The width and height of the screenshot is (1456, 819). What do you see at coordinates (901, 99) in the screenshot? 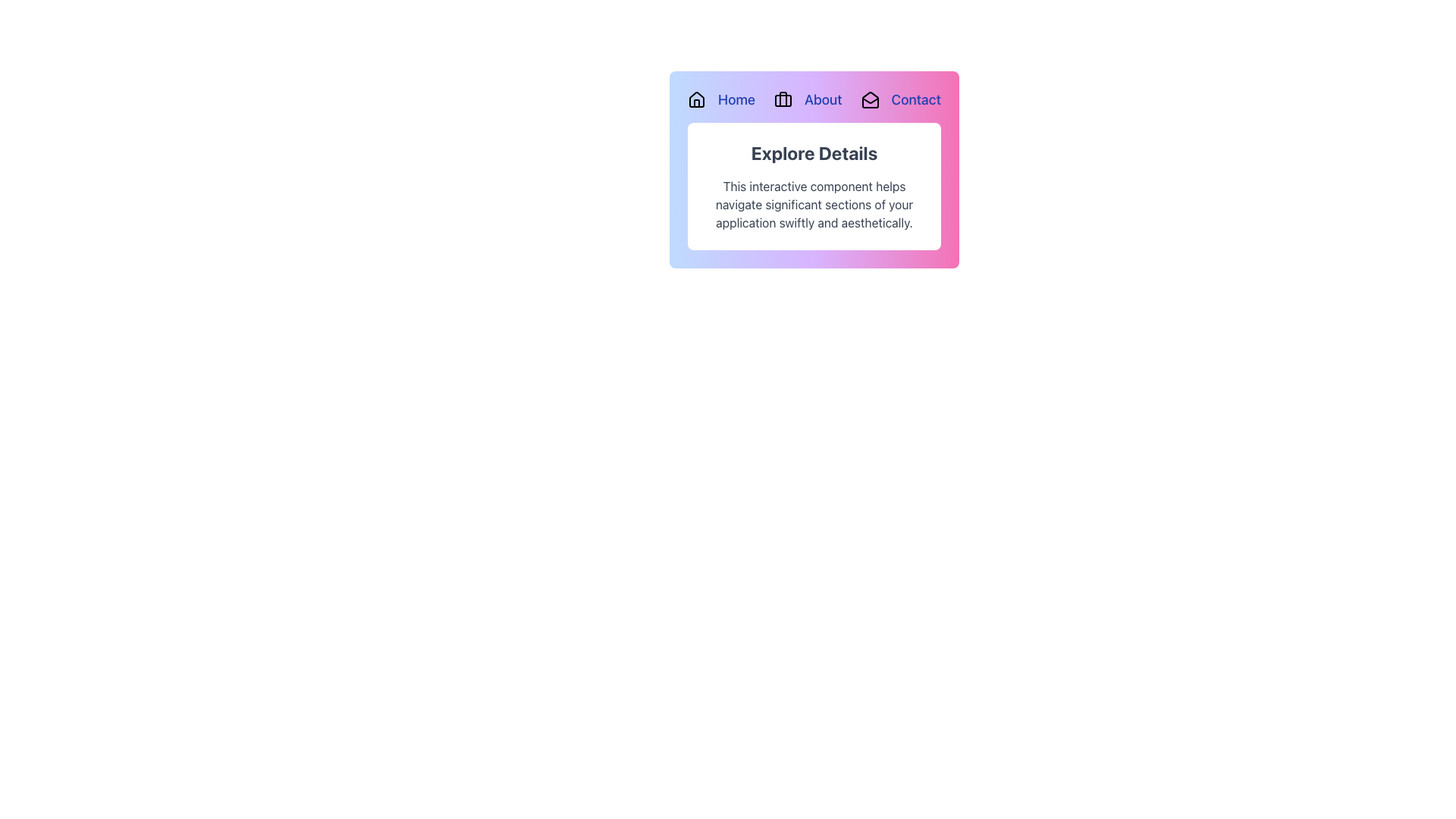
I see `the 'Contact' navigation link, which is the last item in the horizontal navigation menu, featuring an envelope icon and styled in blue font` at bounding box center [901, 99].